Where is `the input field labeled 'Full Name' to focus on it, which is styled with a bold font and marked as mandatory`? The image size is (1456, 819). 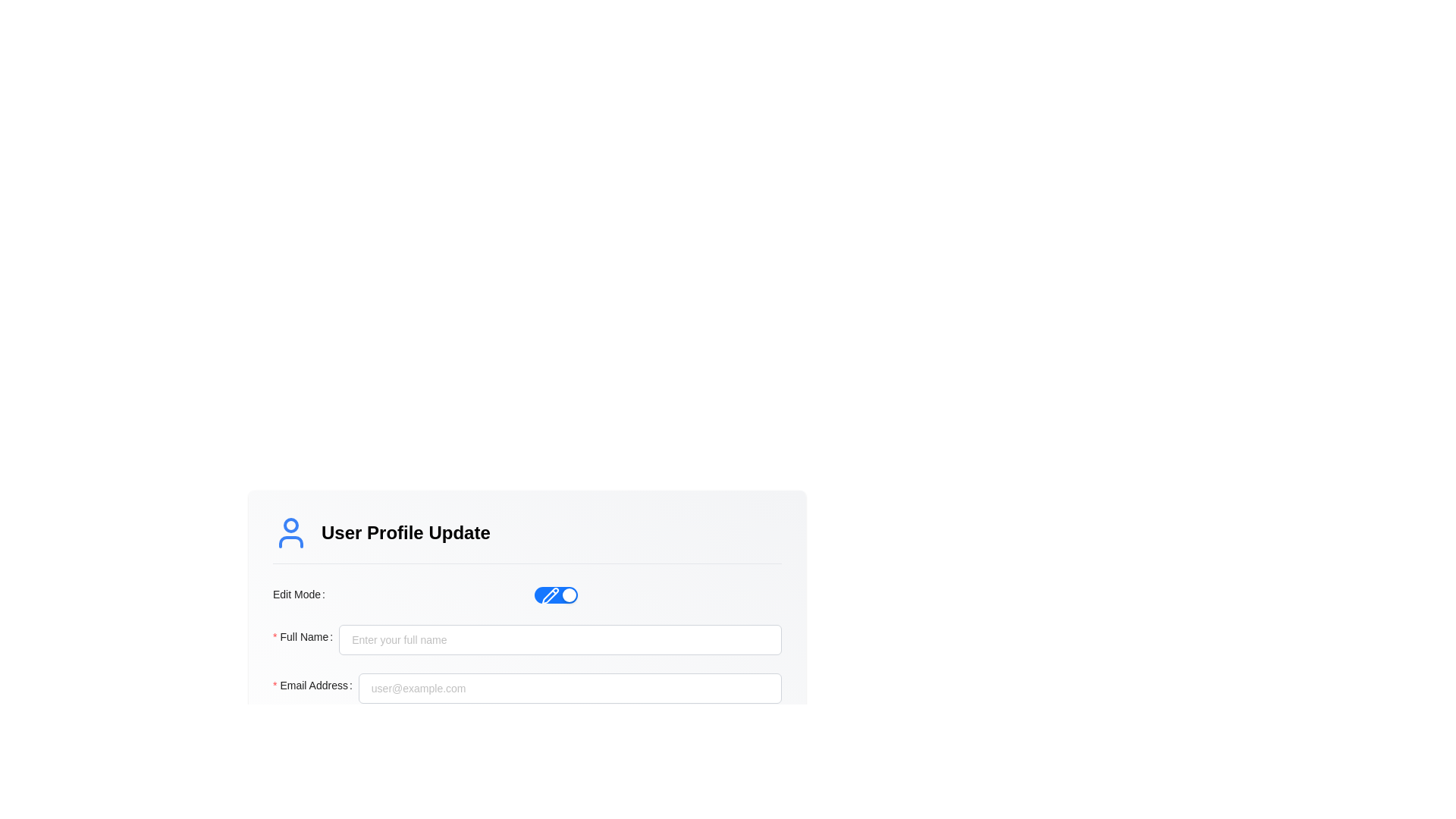 the input field labeled 'Full Name' to focus on it, which is styled with a bold font and marked as mandatory is located at coordinates (527, 640).